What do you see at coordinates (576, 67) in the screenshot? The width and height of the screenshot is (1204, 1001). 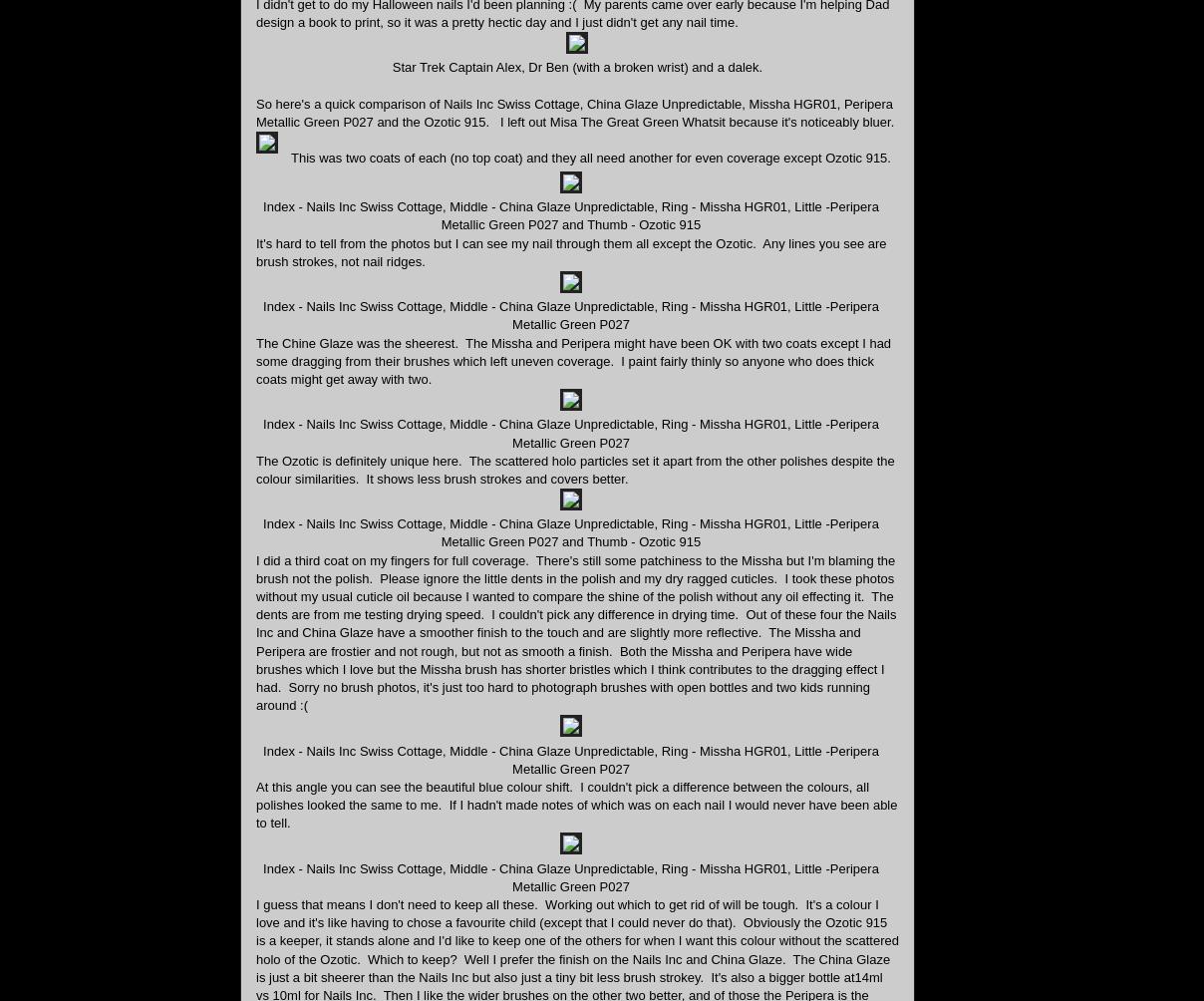 I see `'Star Trek Captain Alex, Dr Ben (with a broken wrist) and a dalek.'` at bounding box center [576, 67].